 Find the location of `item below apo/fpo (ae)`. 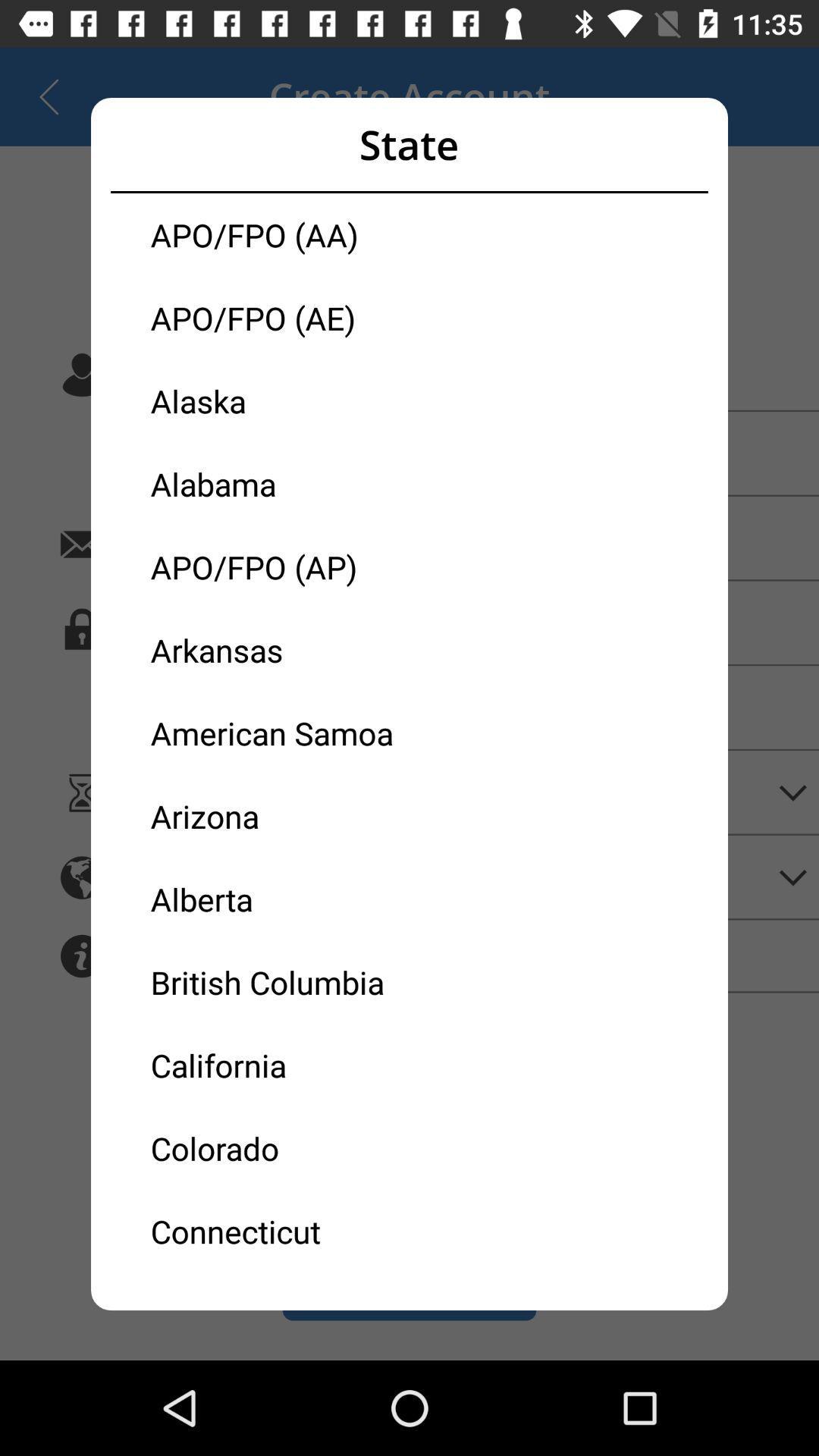

item below apo/fpo (ae) is located at coordinates (280, 400).